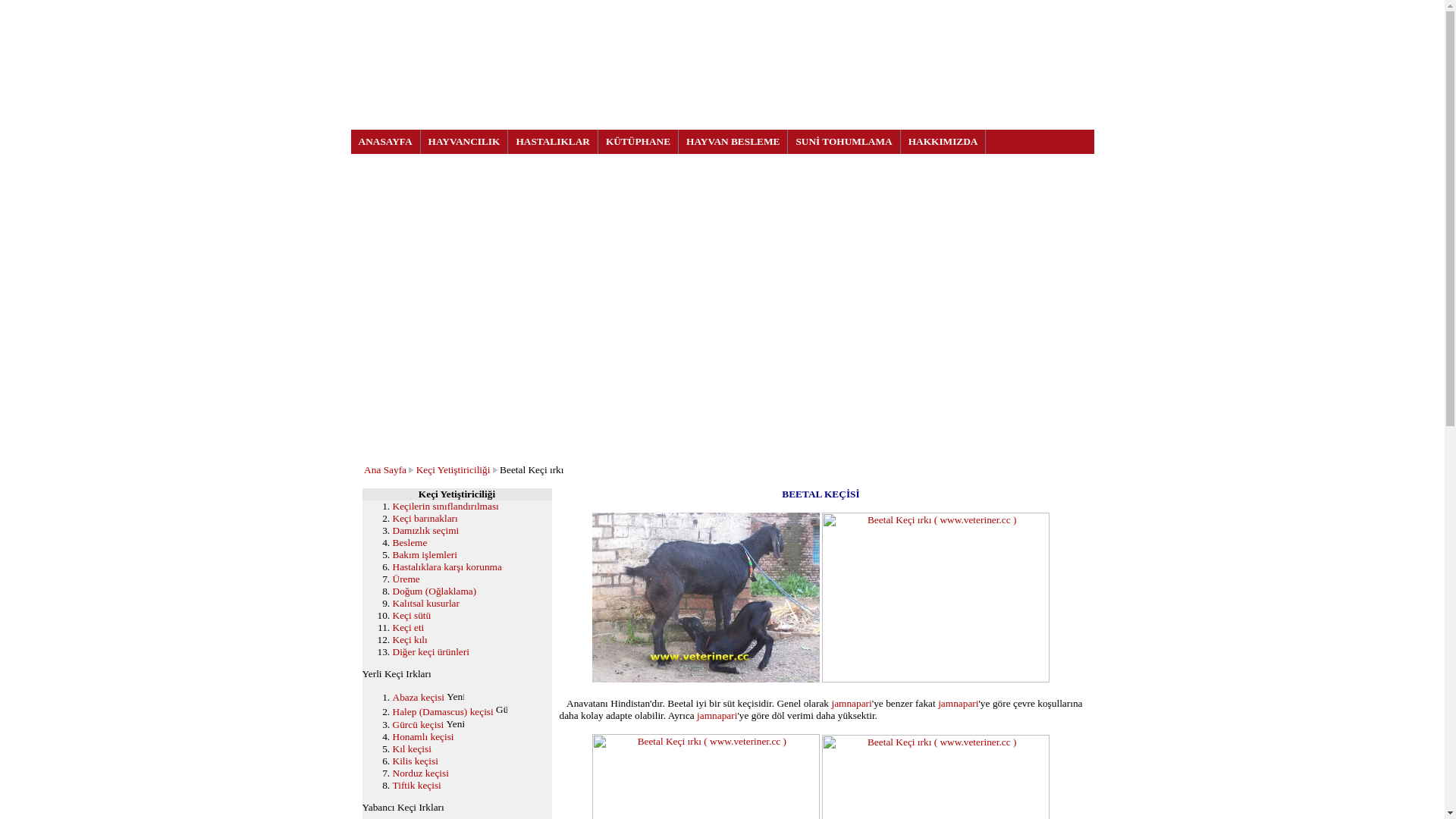 The width and height of the screenshot is (1456, 819). I want to click on 'HAYVANCILIK', so click(464, 141).